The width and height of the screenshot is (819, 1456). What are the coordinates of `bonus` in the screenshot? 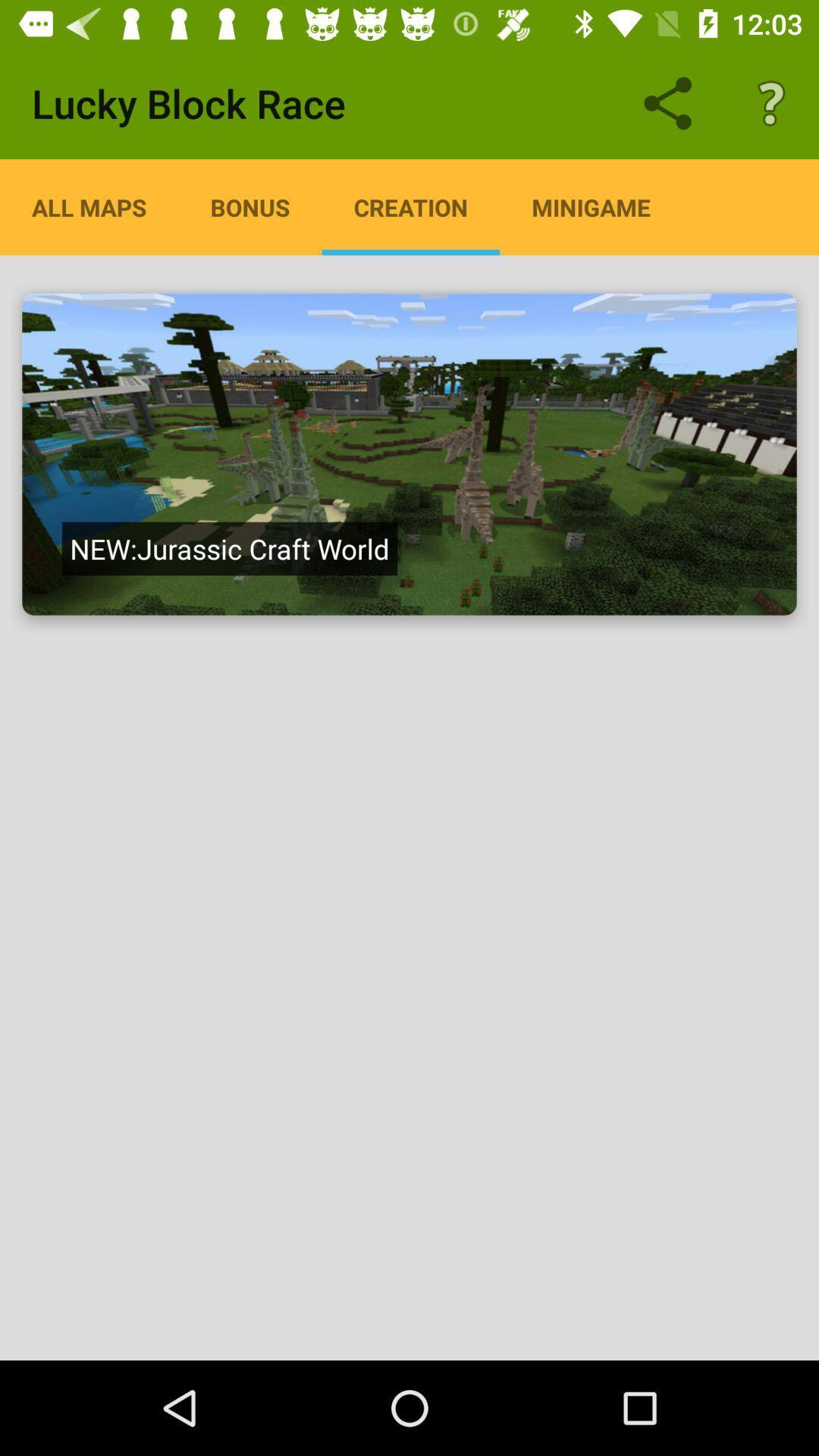 It's located at (249, 206).